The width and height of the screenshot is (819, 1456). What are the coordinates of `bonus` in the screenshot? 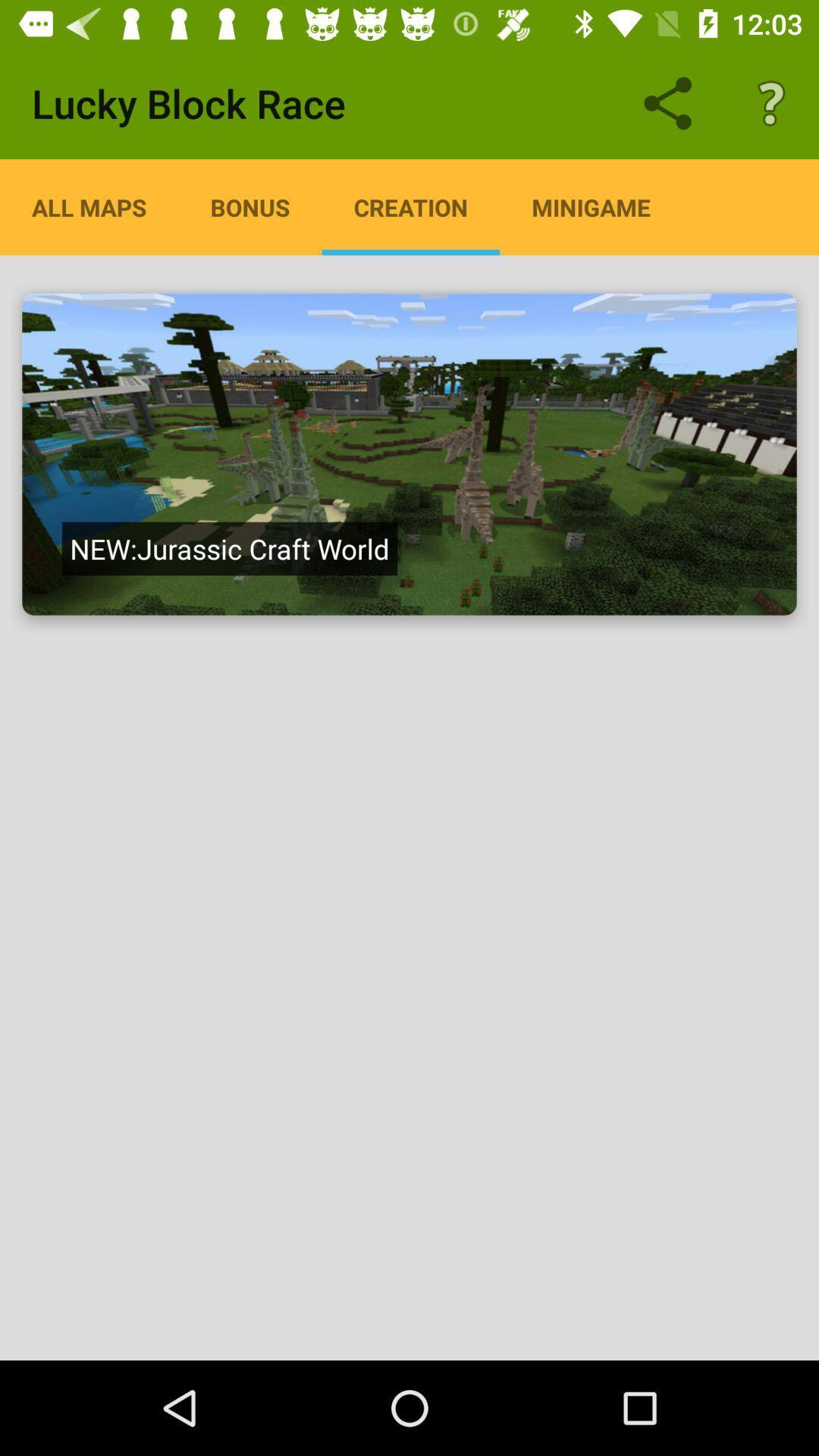 It's located at (249, 206).